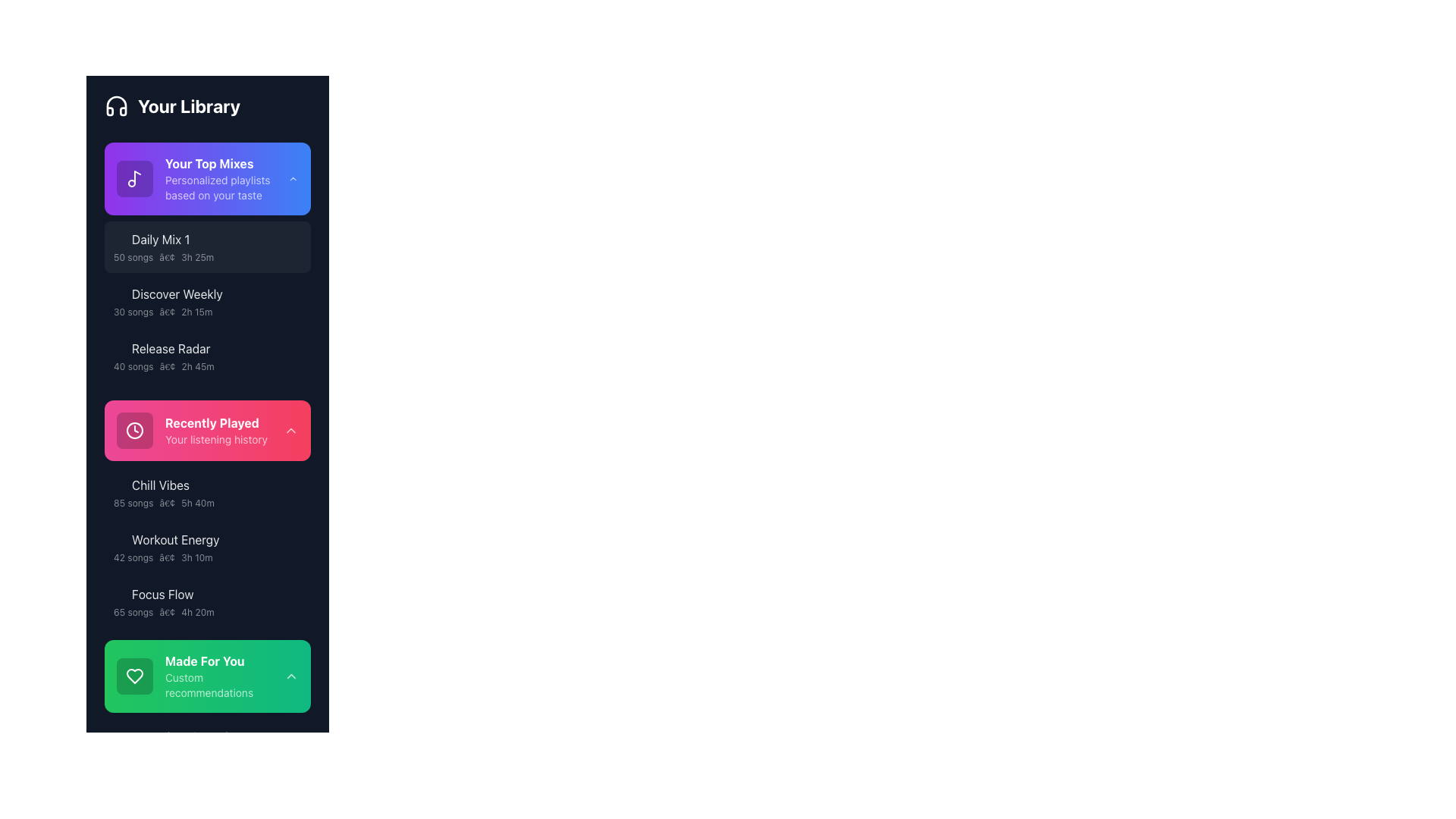 The width and height of the screenshot is (1456, 819). I want to click on the bullet point icon located between the '42 songs' text and the '3h 10m' text in the list section, so click(167, 558).